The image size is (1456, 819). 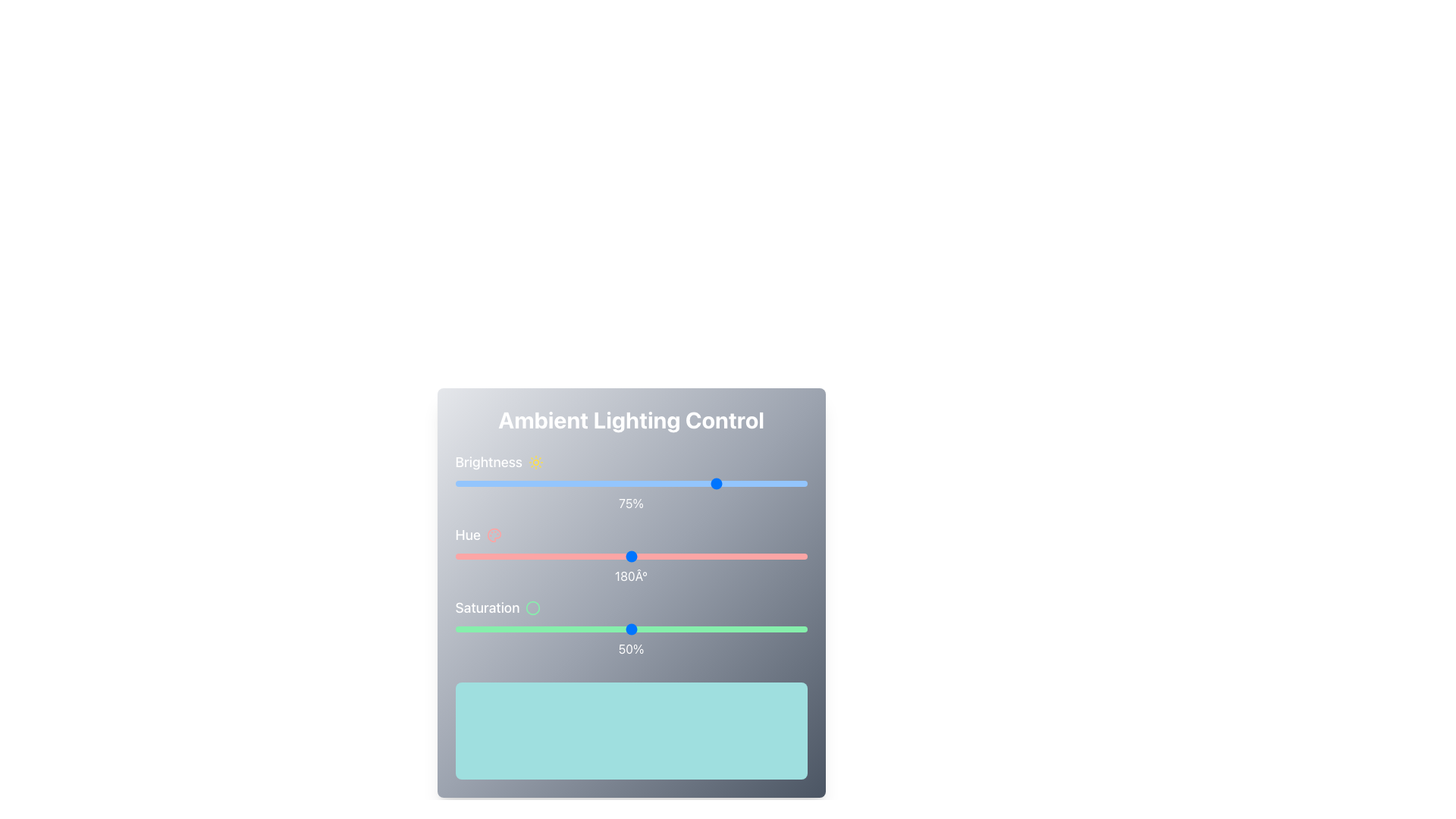 I want to click on saturation, so click(x=764, y=629).